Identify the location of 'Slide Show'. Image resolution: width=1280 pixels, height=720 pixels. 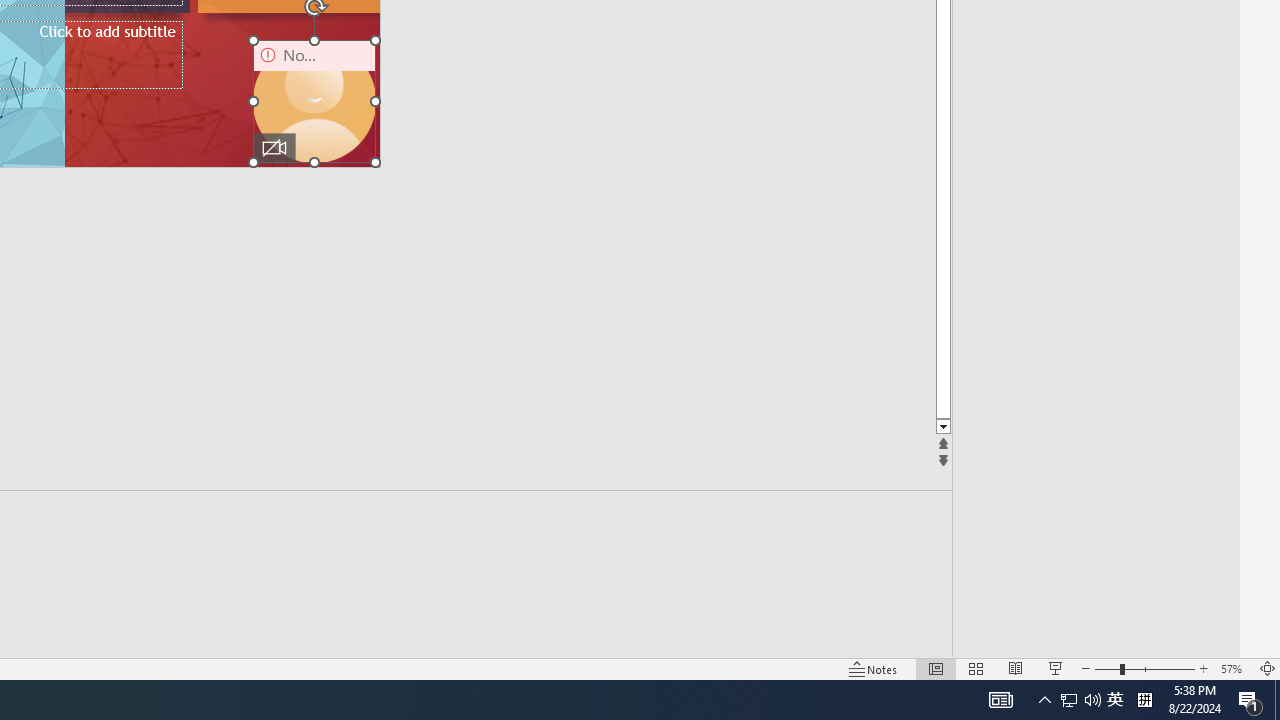
(1055, 669).